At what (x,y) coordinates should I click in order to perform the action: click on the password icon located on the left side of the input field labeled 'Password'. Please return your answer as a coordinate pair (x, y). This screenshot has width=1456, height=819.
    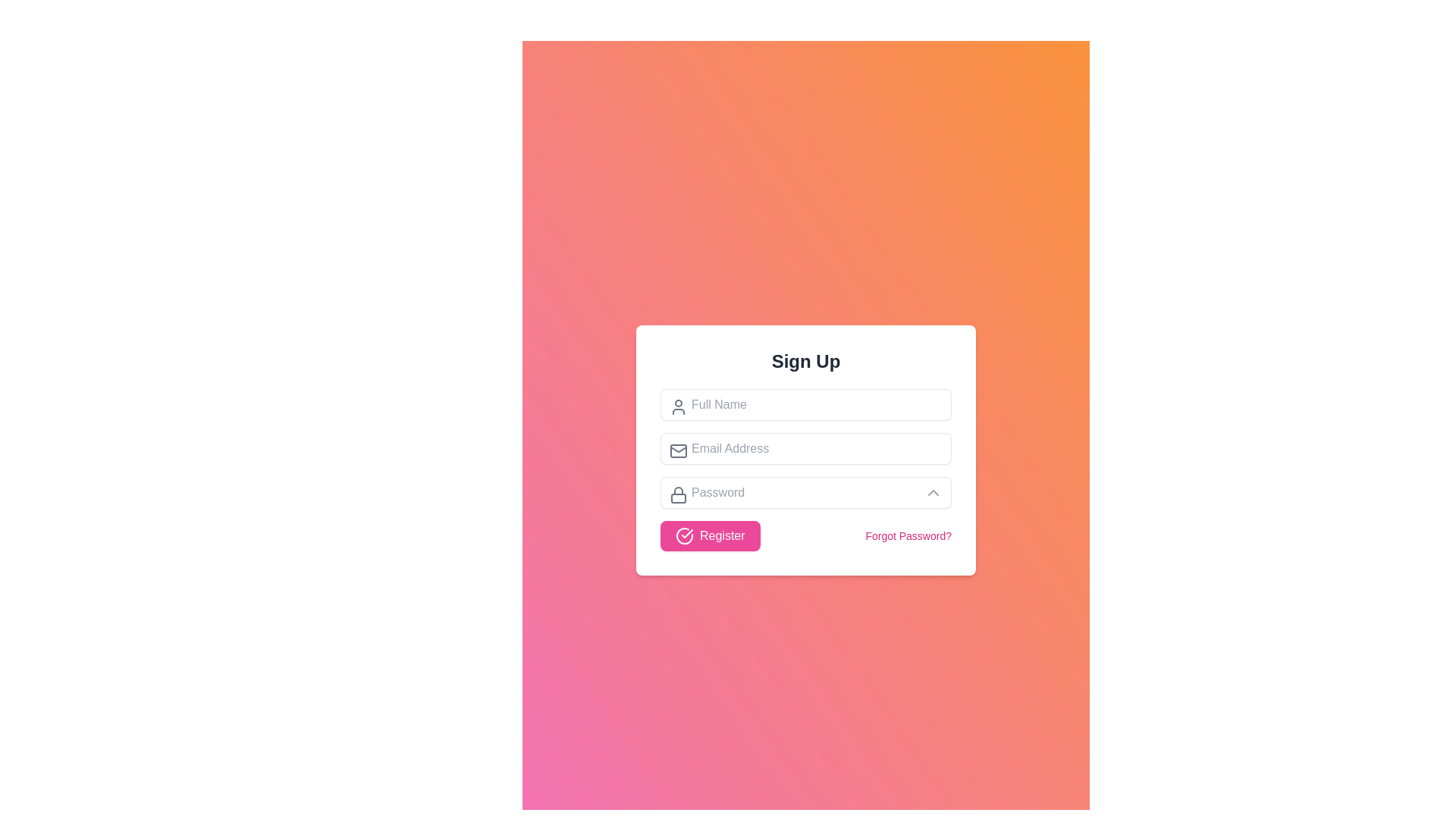
    Looking at the image, I should click on (677, 494).